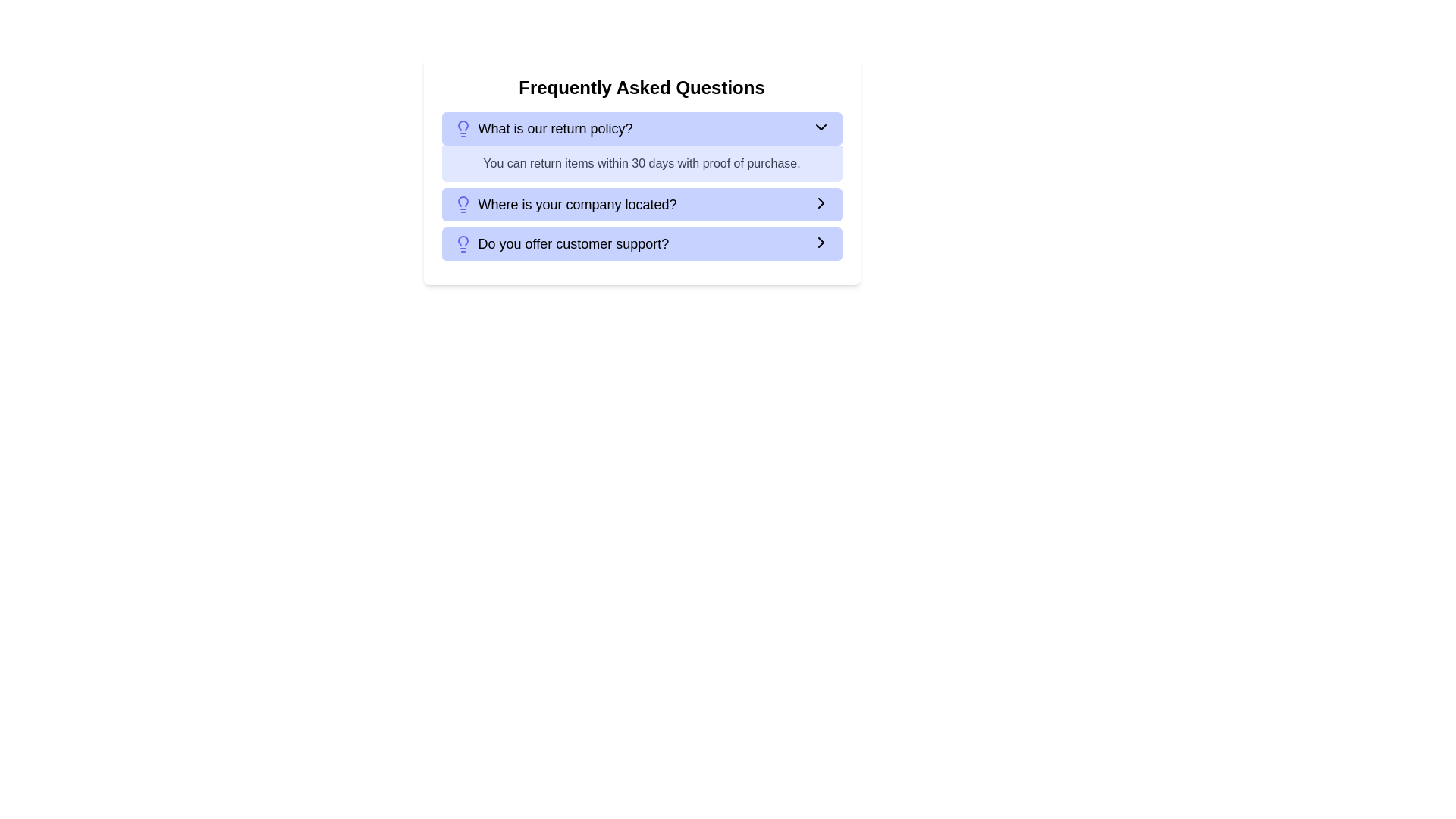 Image resolution: width=1456 pixels, height=819 pixels. Describe the element at coordinates (820, 127) in the screenshot. I see `the downward-facing chevron dropdown icon located to the right of the FAQ question 'What is our return policy?' to interact with the dropdown feature` at that location.